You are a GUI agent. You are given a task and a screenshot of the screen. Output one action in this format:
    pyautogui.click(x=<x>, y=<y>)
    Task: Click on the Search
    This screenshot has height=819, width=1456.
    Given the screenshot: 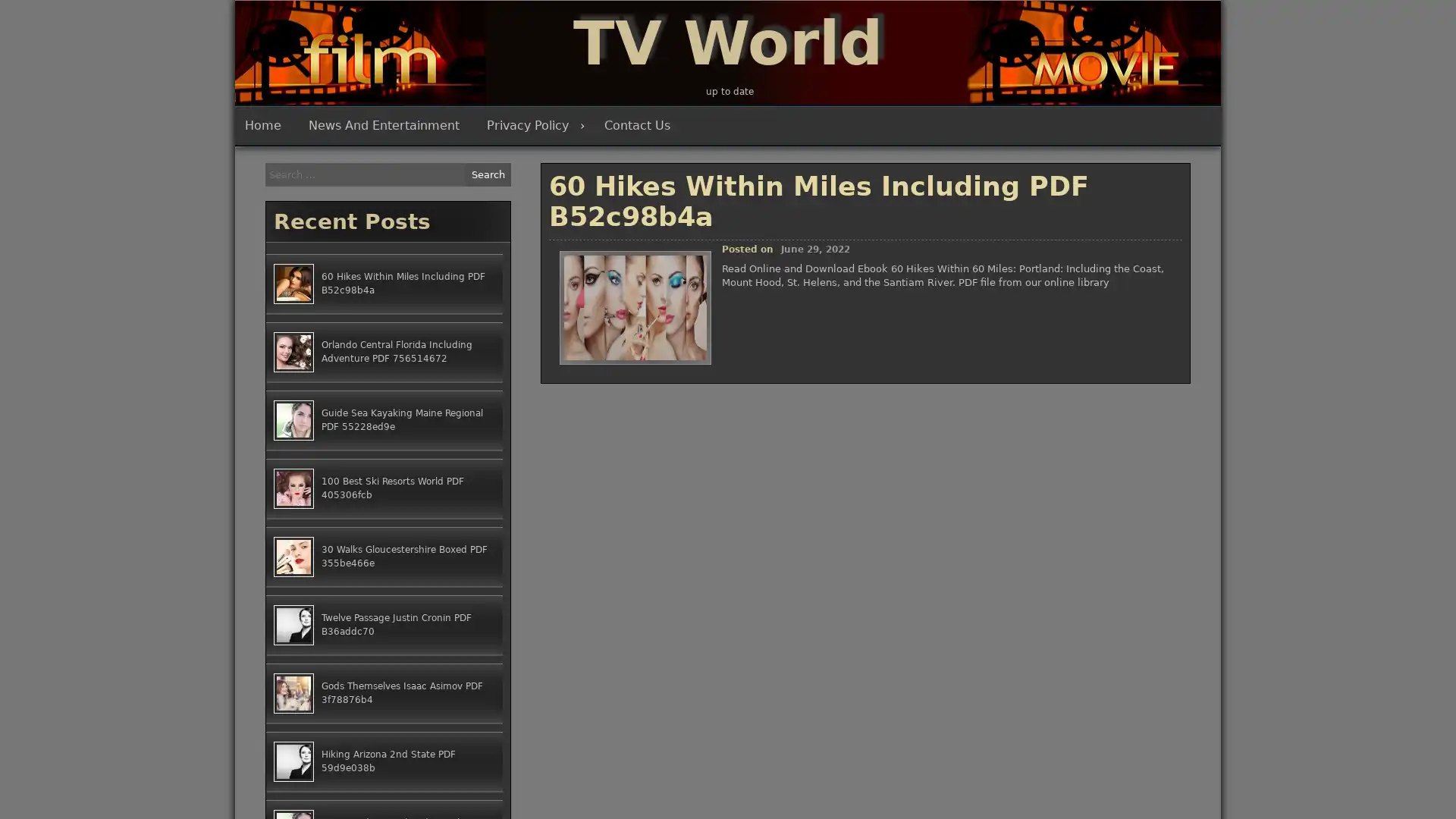 What is the action you would take?
    pyautogui.click(x=488, y=174)
    